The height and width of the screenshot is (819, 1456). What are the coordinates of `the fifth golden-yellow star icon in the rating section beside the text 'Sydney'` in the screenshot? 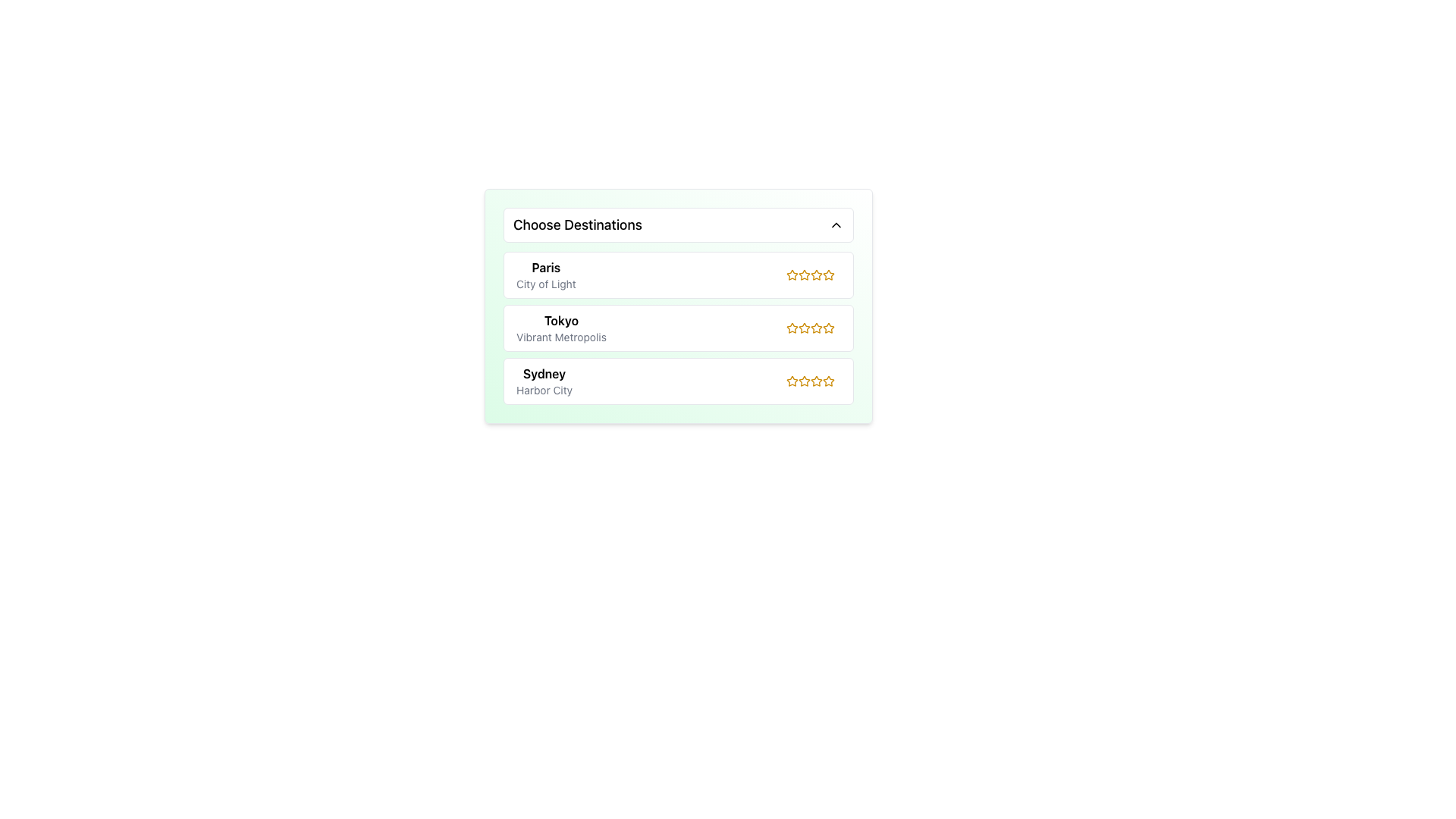 It's located at (815, 380).